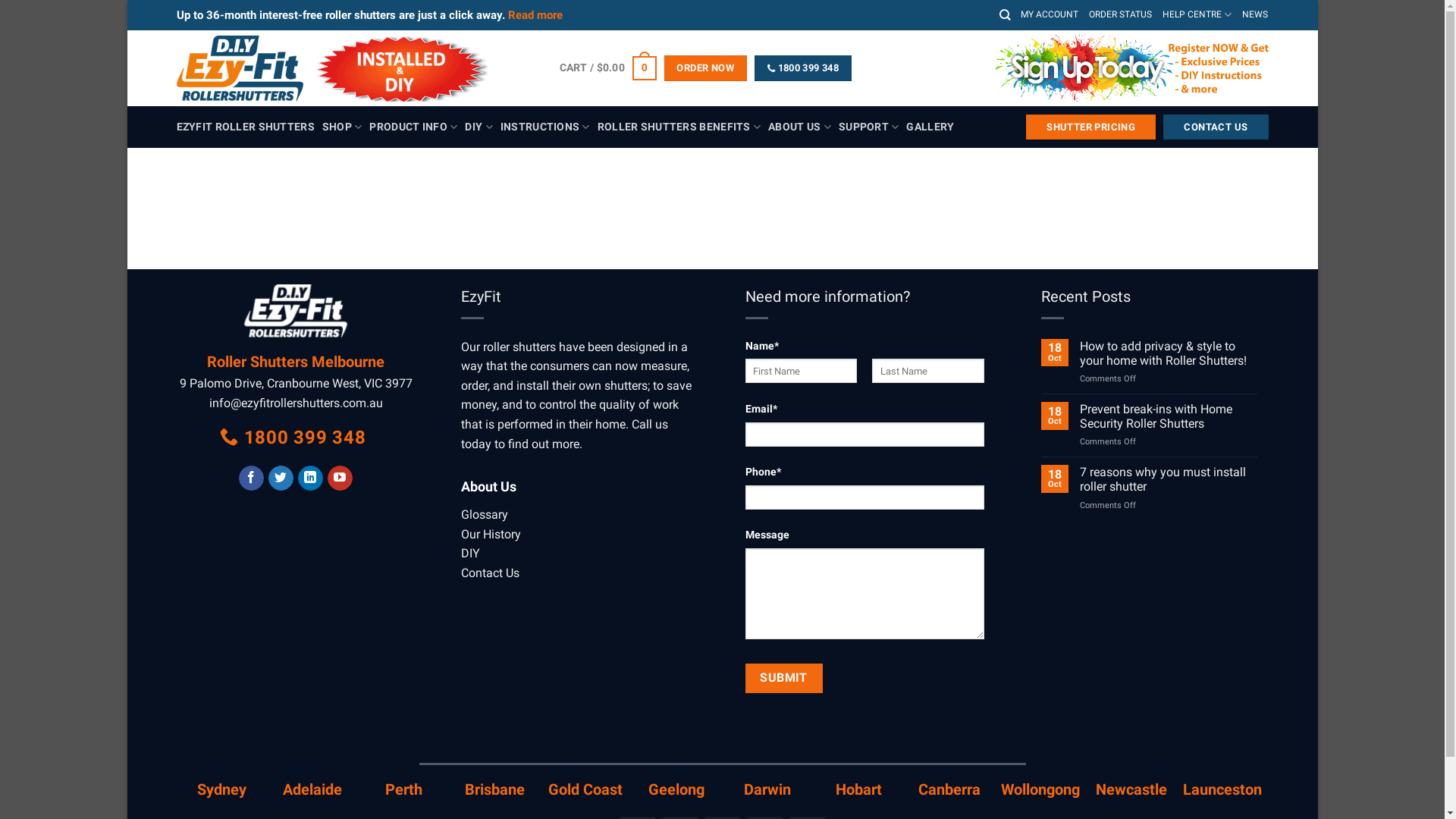  Describe the element at coordinates (929, 127) in the screenshot. I see `'GALLERY'` at that location.